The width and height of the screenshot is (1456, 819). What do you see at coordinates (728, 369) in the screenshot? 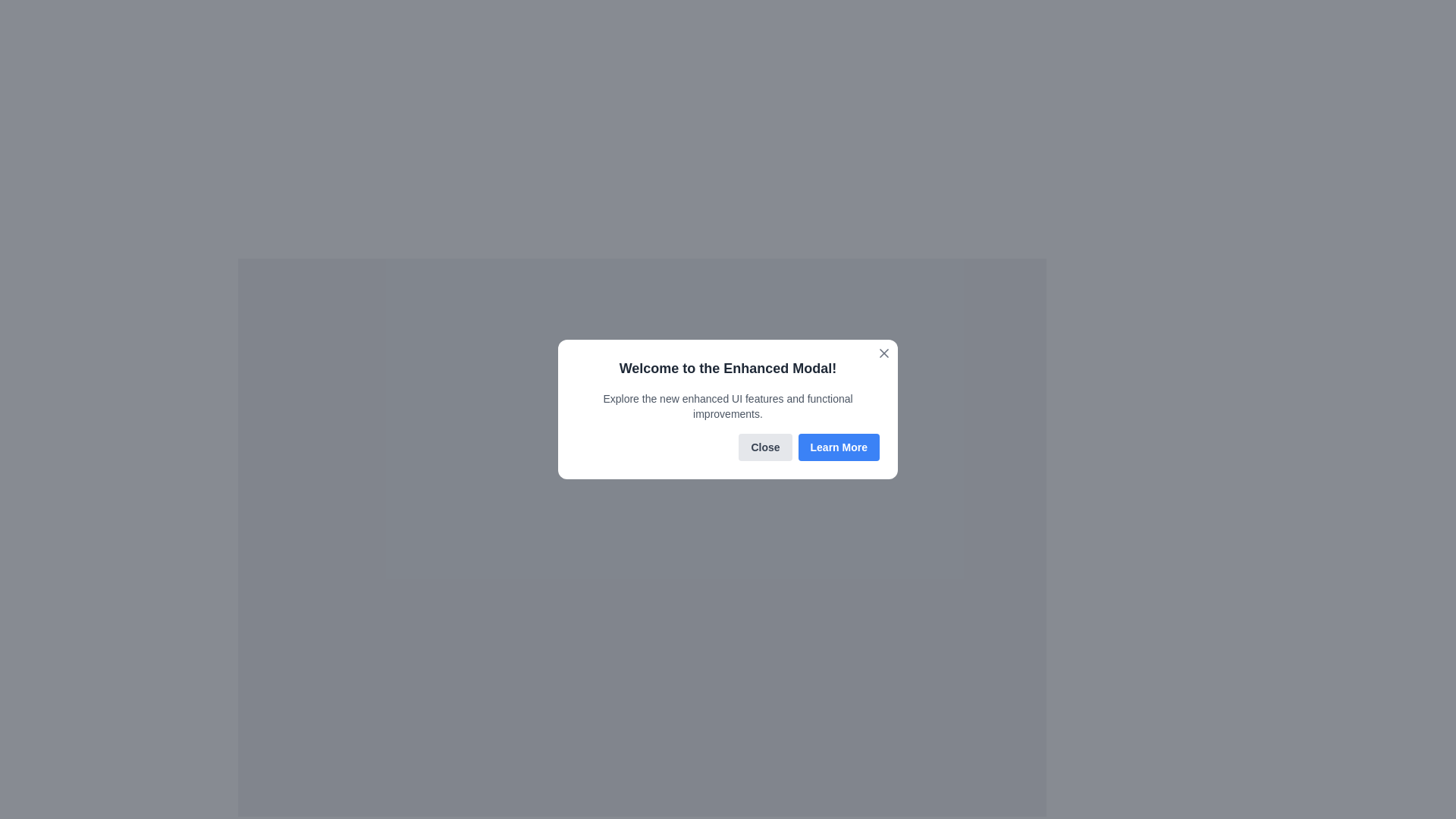
I see `text element displaying the message 'Welcome to the Enhanced Modal!' which is centrally aligned and located near the top of the modal dialog` at bounding box center [728, 369].